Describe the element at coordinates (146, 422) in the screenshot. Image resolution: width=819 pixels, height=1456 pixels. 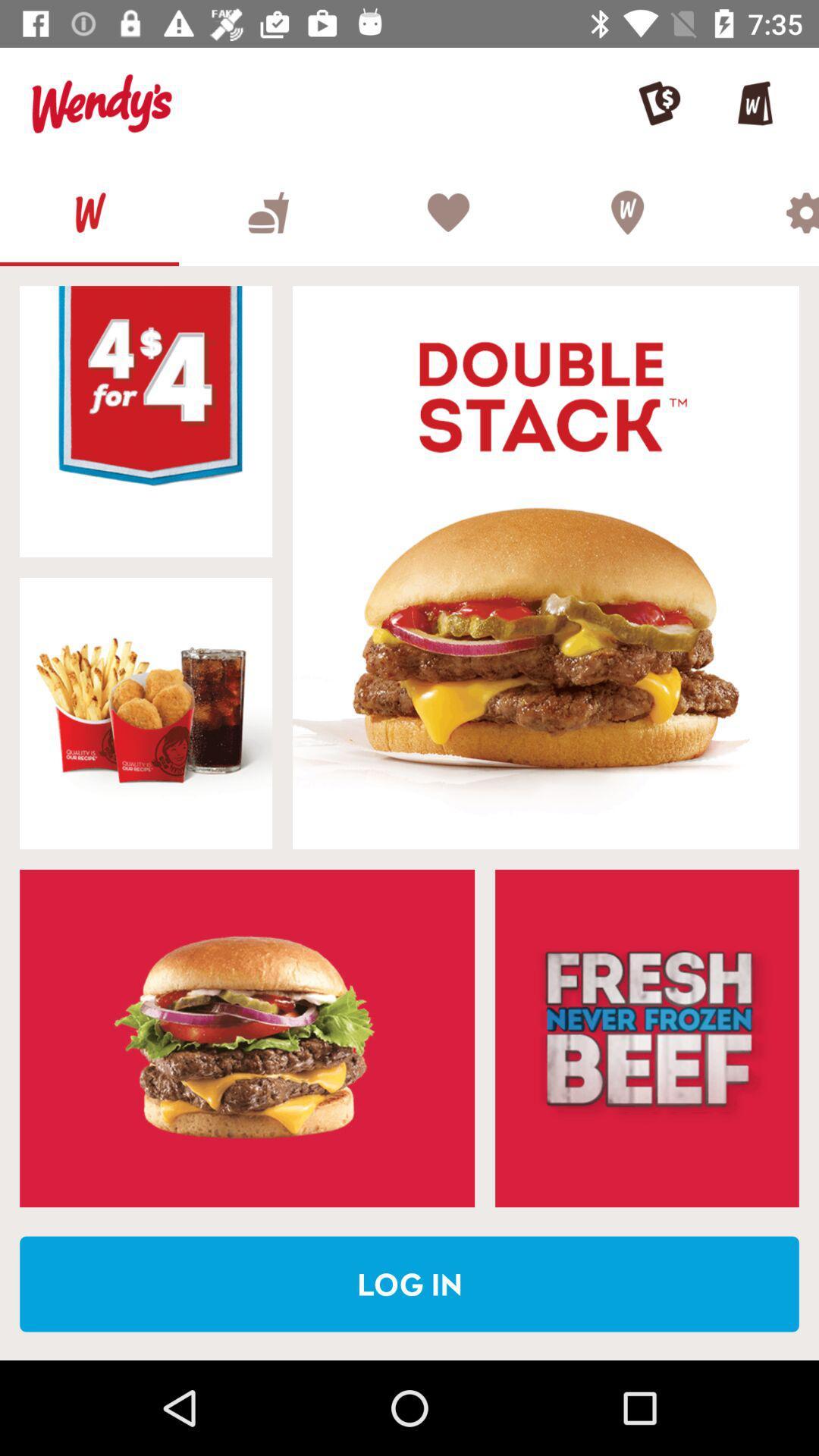
I see `offer the burger` at that location.